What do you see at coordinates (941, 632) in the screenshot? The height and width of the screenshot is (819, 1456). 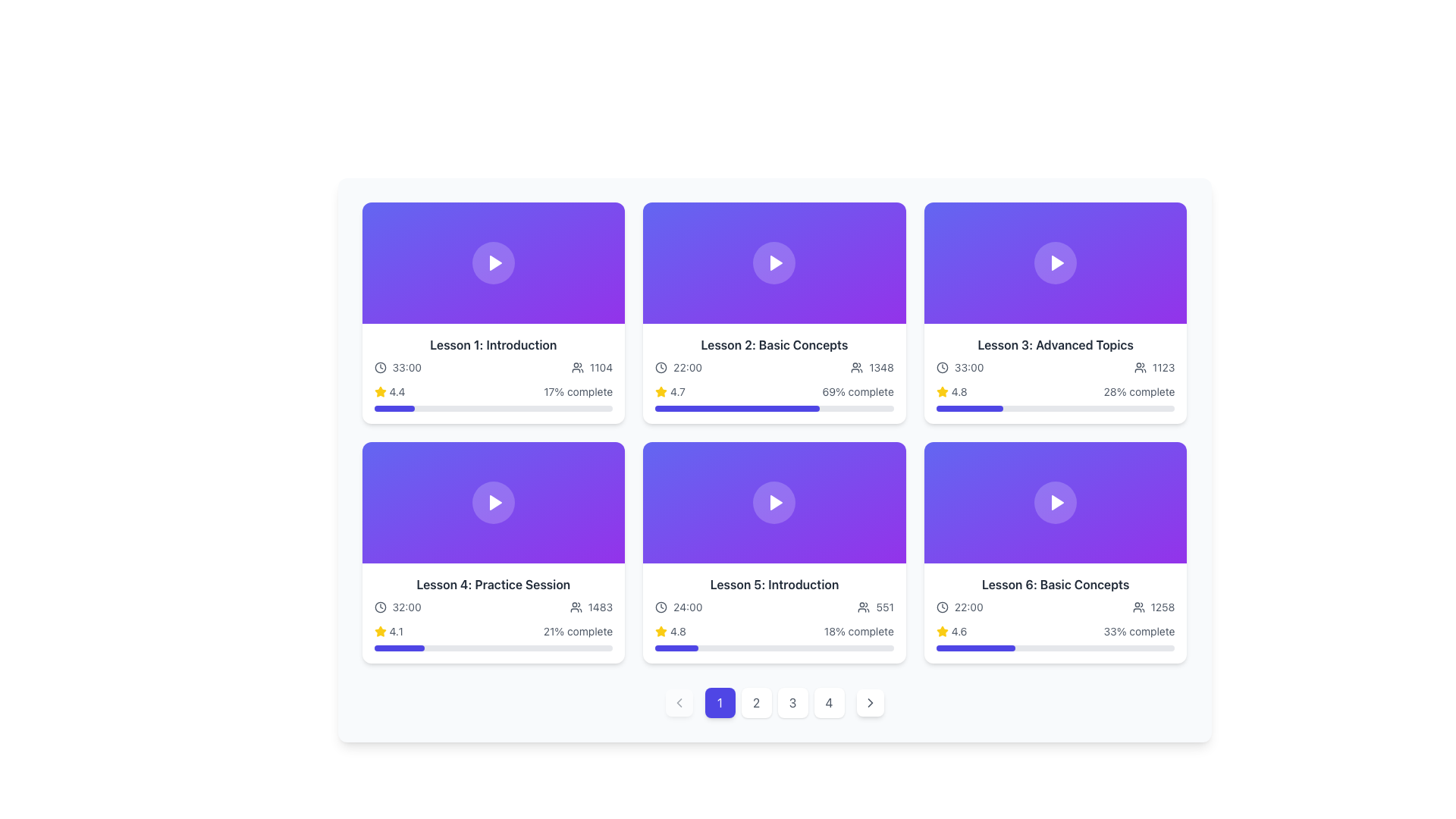 I see `the yellow filled star icon associated with the rating '4.6' located at the bottom right of the 'Lesson 6: Basic Concepts' card` at bounding box center [941, 632].